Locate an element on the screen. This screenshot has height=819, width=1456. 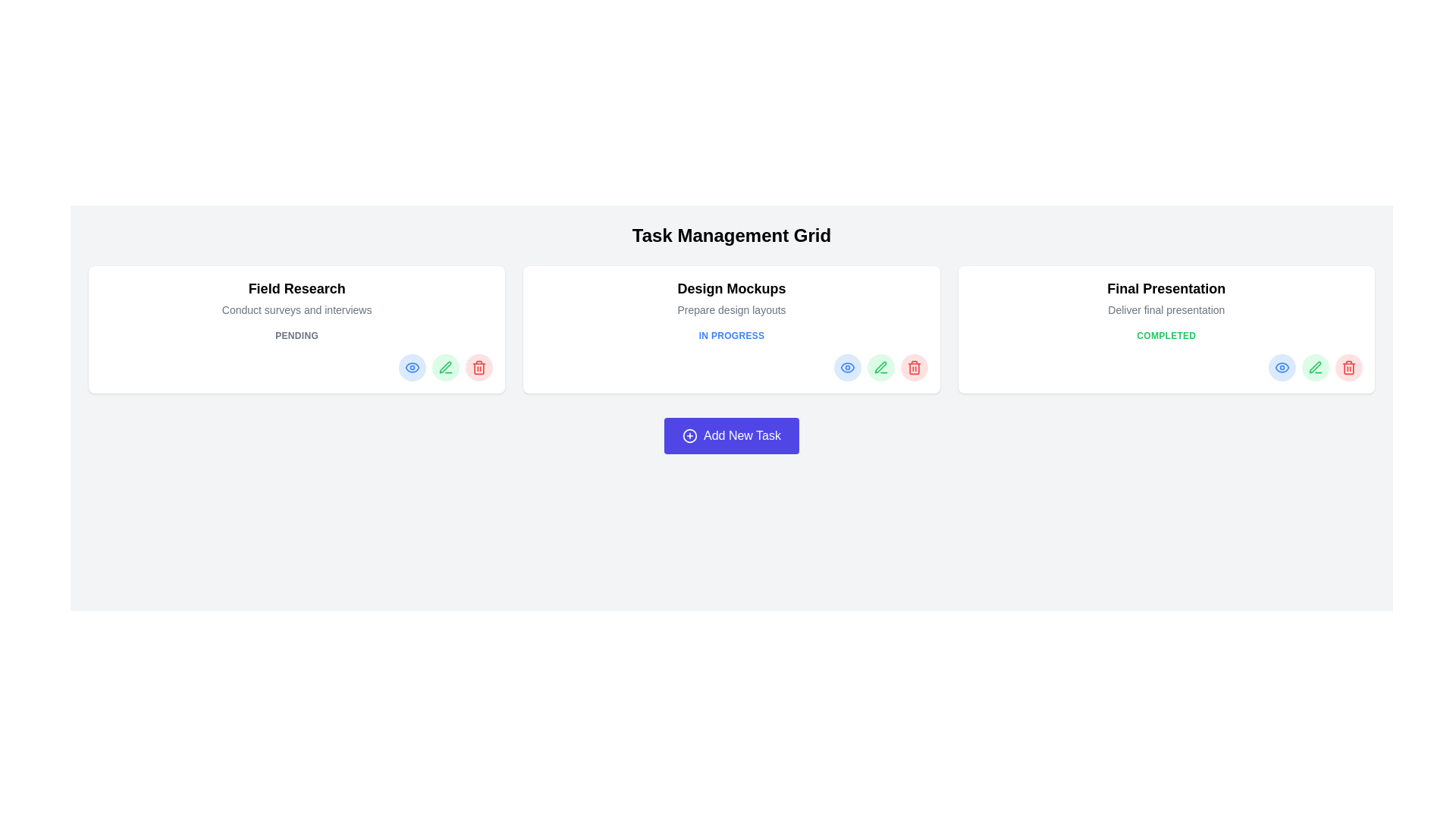
text label that says 'Deliver final presentation', which is styled in small gray font and located below the heading 'Final Presentation' on the rightmost task card is located at coordinates (1166, 309).